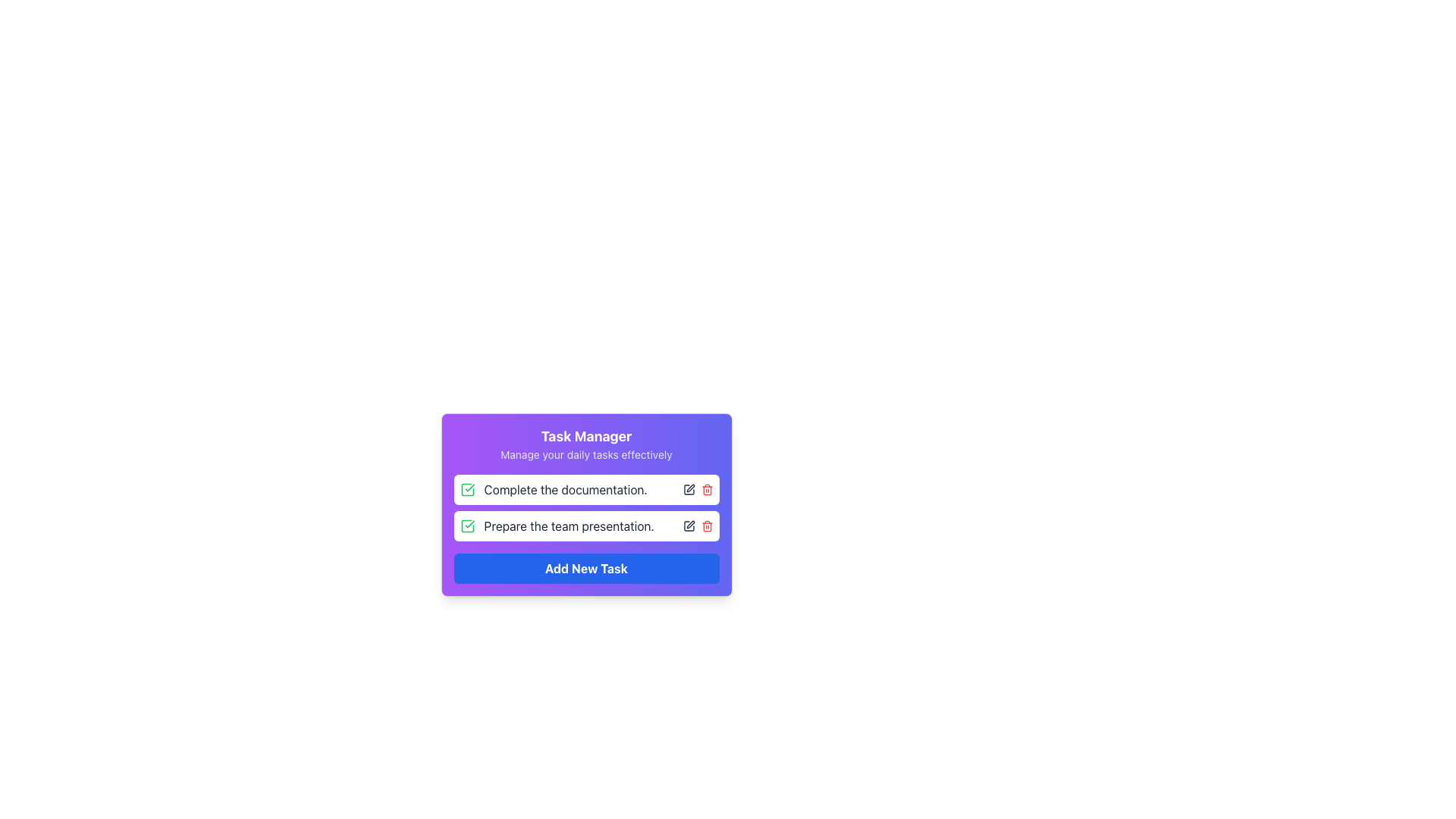 This screenshot has height=819, width=1456. What do you see at coordinates (466, 526) in the screenshot?
I see `the green square icon with a check mark, which is positioned at the start of the second row in the task list, preceding the text 'Prepare the team presentation.'` at bounding box center [466, 526].